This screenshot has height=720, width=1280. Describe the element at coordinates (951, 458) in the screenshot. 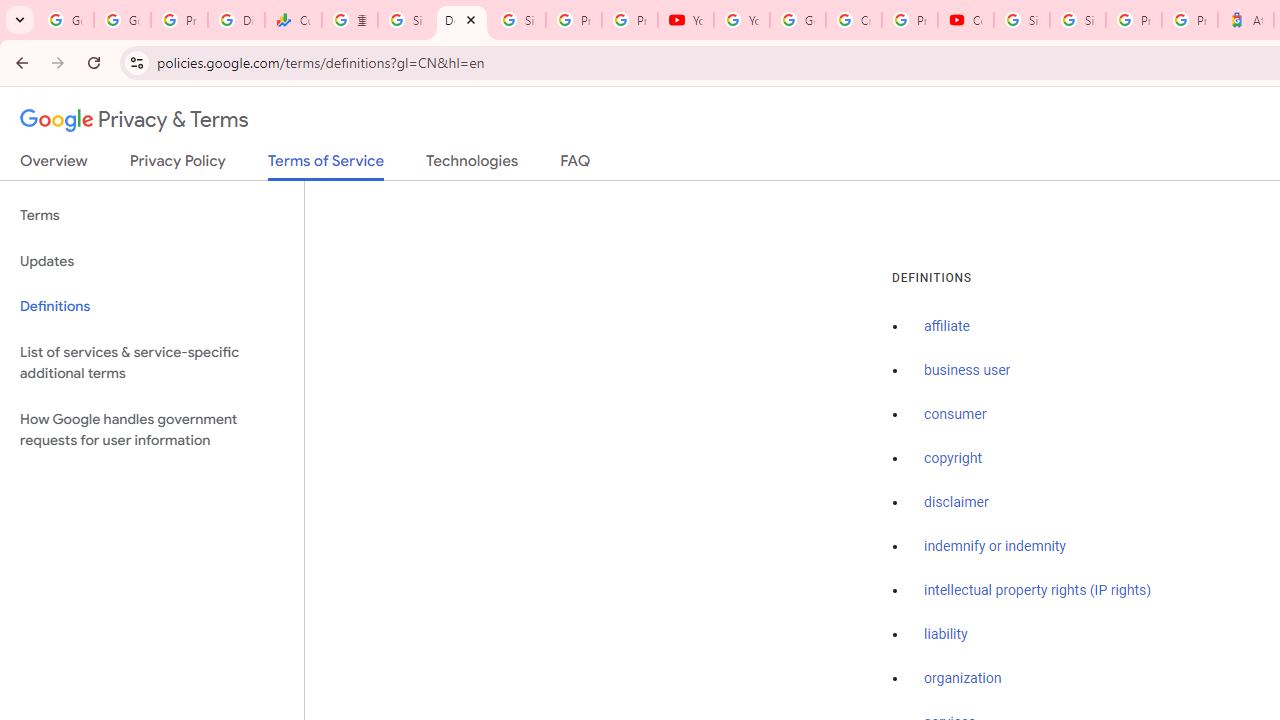

I see `'copyright'` at that location.